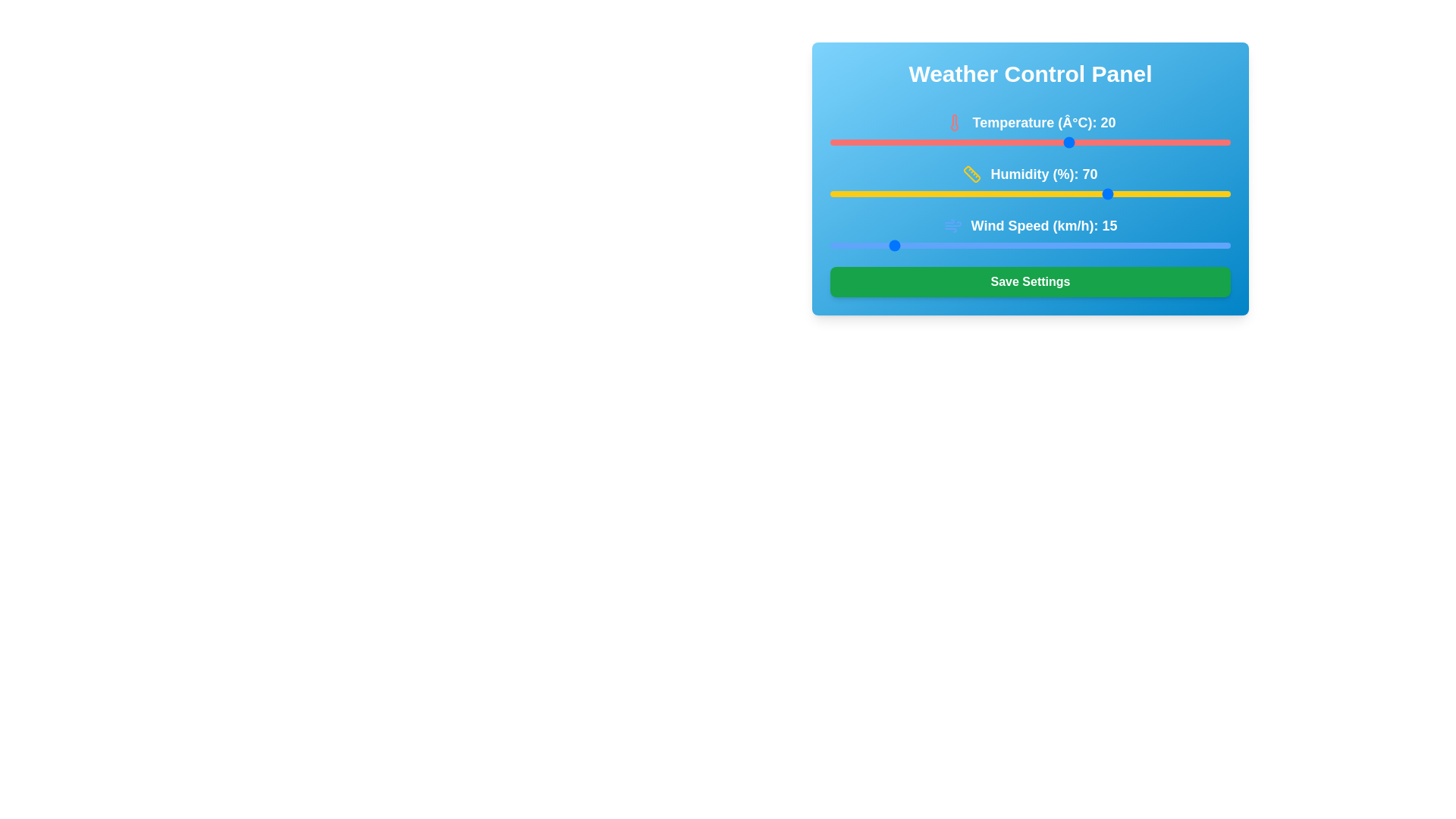 The image size is (1456, 819). Describe the element at coordinates (1110, 143) in the screenshot. I see `the temperature slider` at that location.